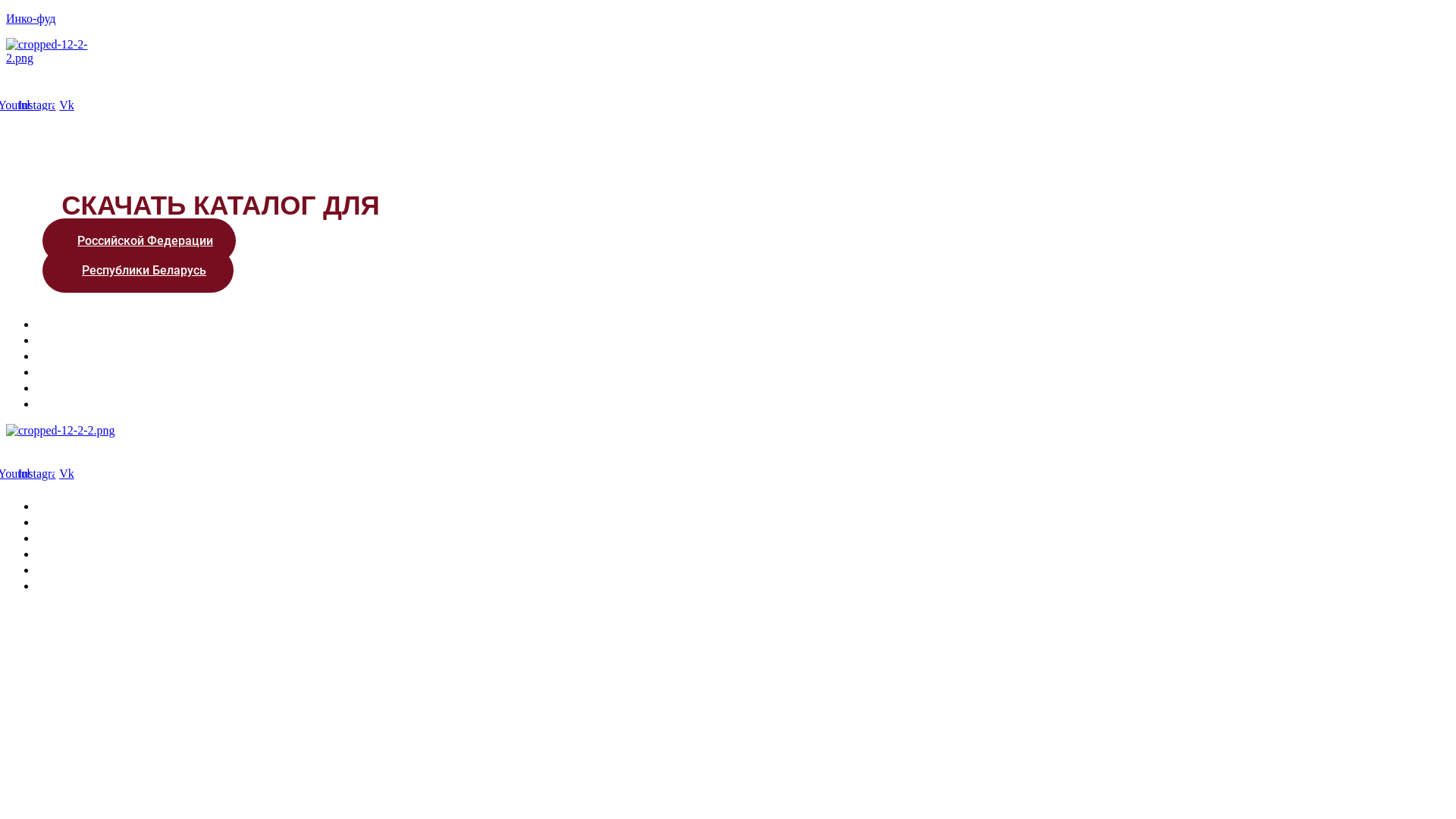 This screenshot has width=1456, height=819. What do you see at coordinates (65, 472) in the screenshot?
I see `'Vk'` at bounding box center [65, 472].